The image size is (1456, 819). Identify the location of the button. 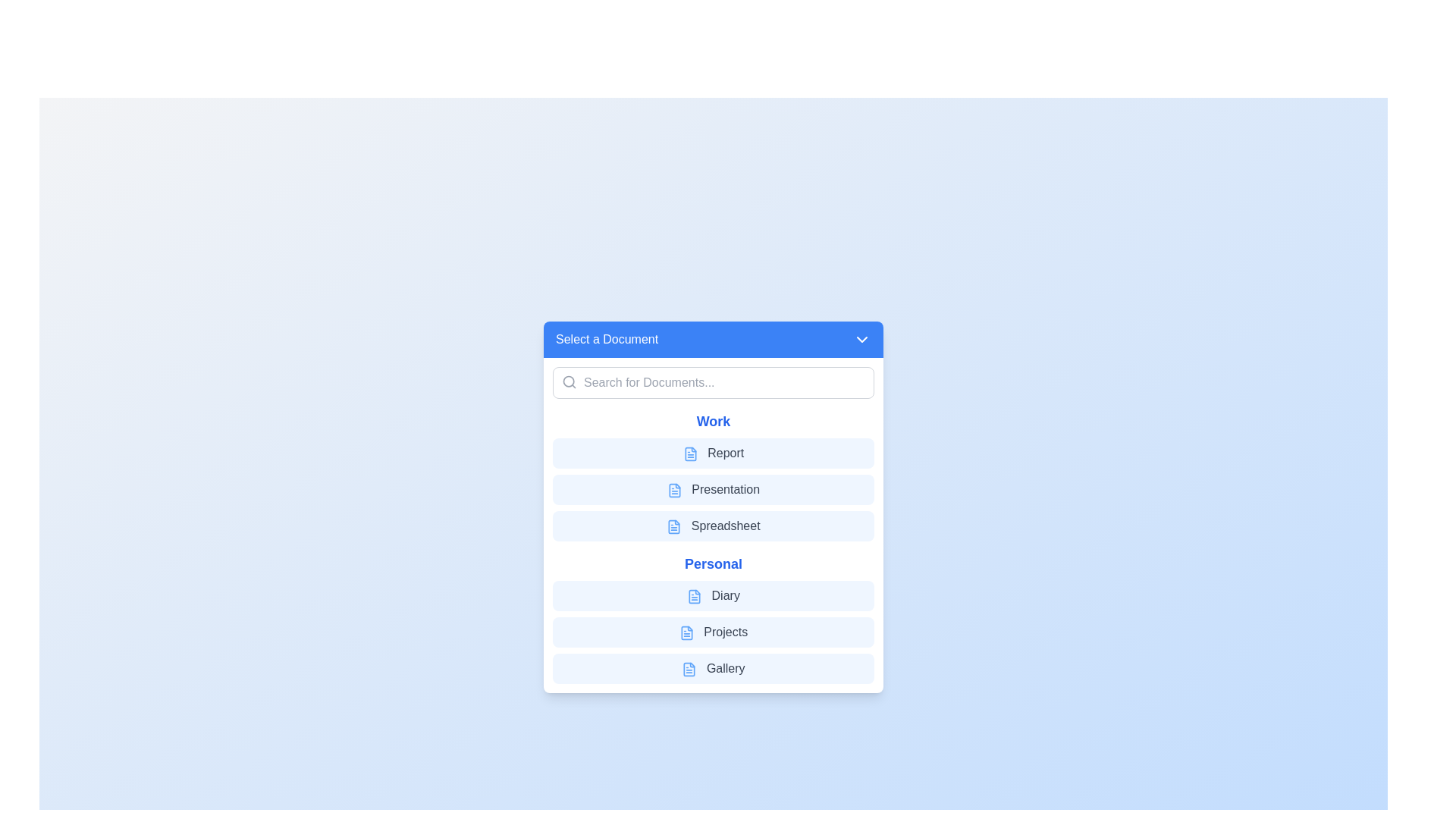
(712, 452).